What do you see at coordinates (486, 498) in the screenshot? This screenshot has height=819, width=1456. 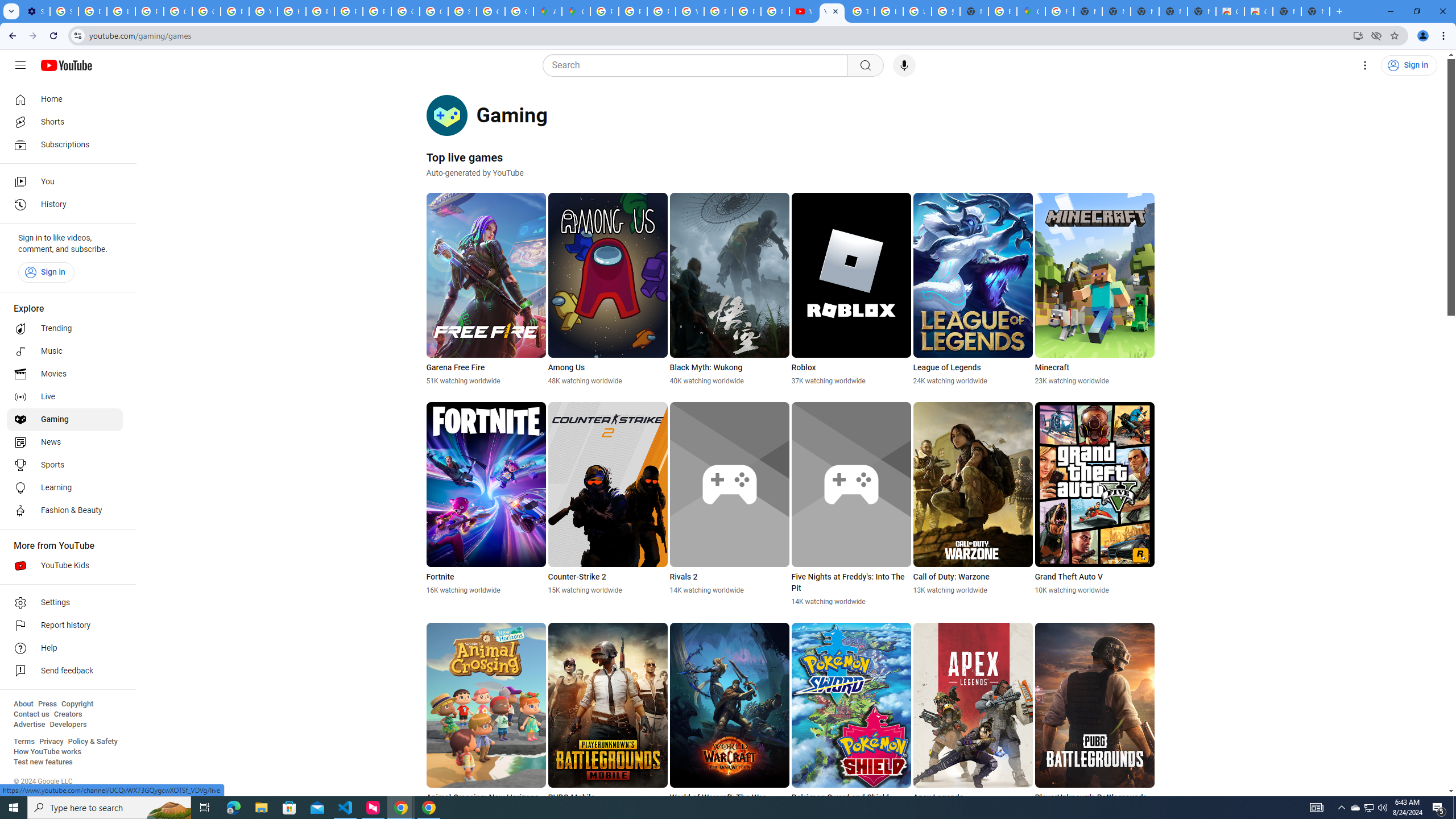 I see `'Fortnite 16K watching worldwide'` at bounding box center [486, 498].